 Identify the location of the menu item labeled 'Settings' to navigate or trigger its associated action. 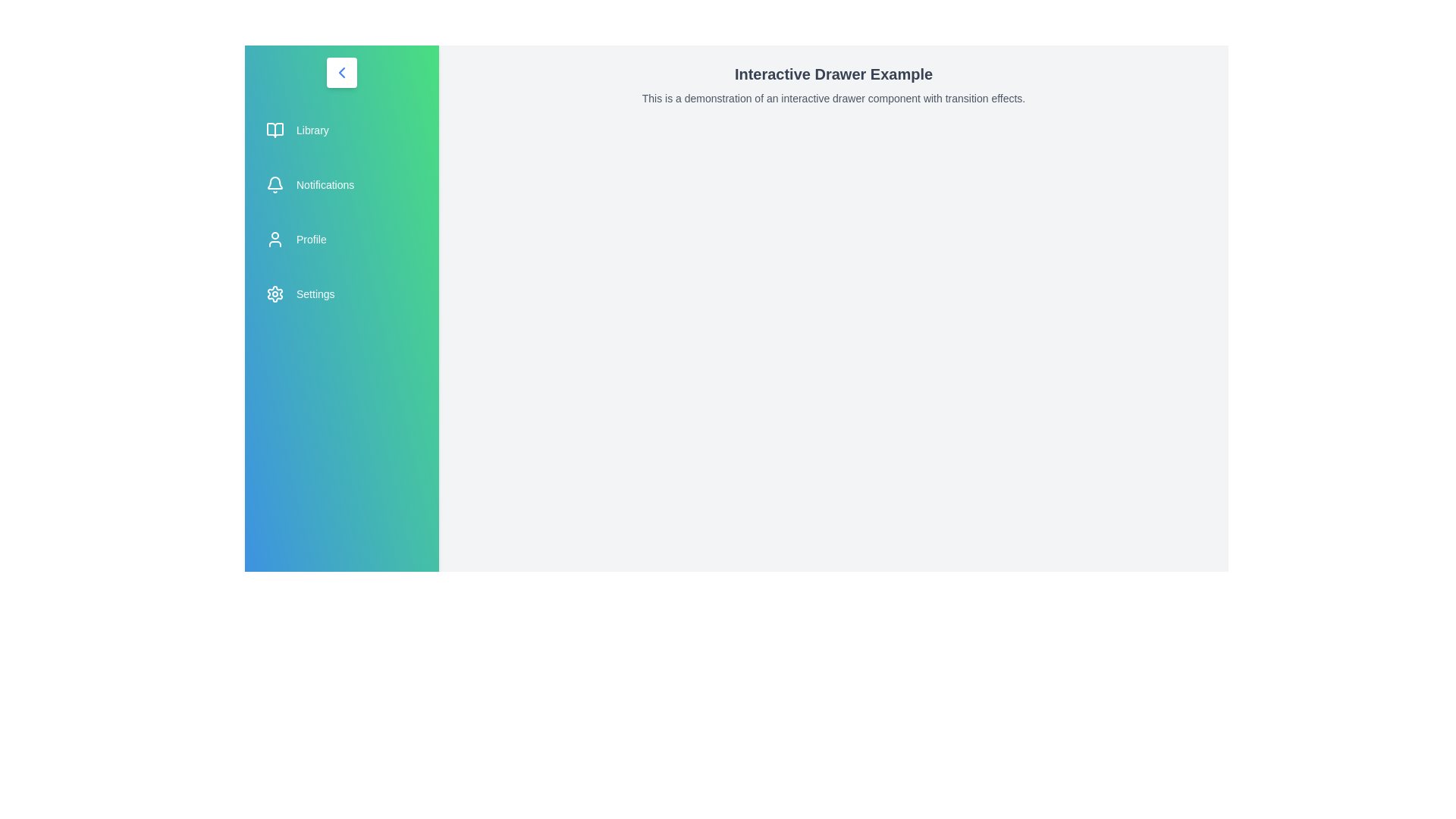
(341, 294).